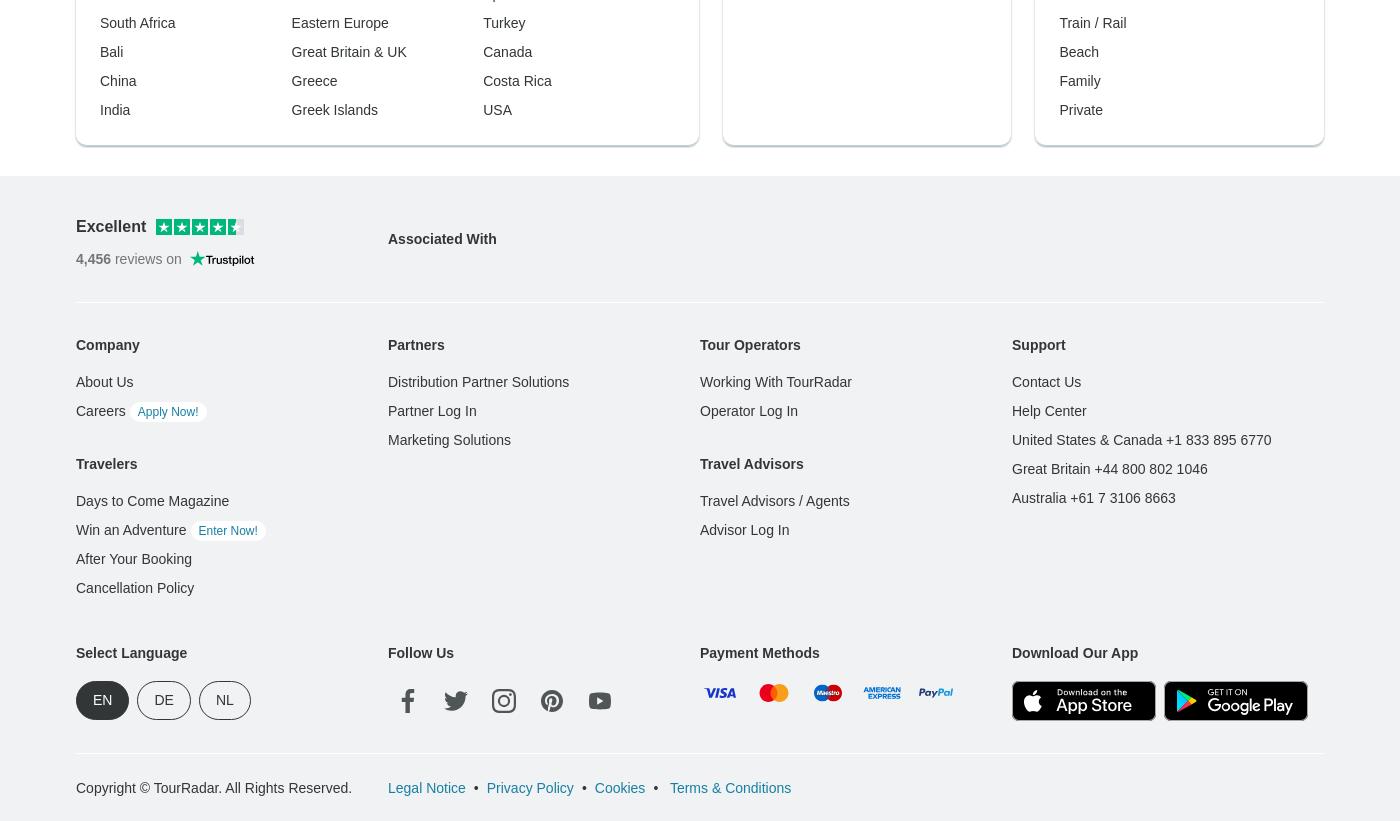 The height and width of the screenshot is (821, 1400). I want to click on 'Legal Notice', so click(426, 464).